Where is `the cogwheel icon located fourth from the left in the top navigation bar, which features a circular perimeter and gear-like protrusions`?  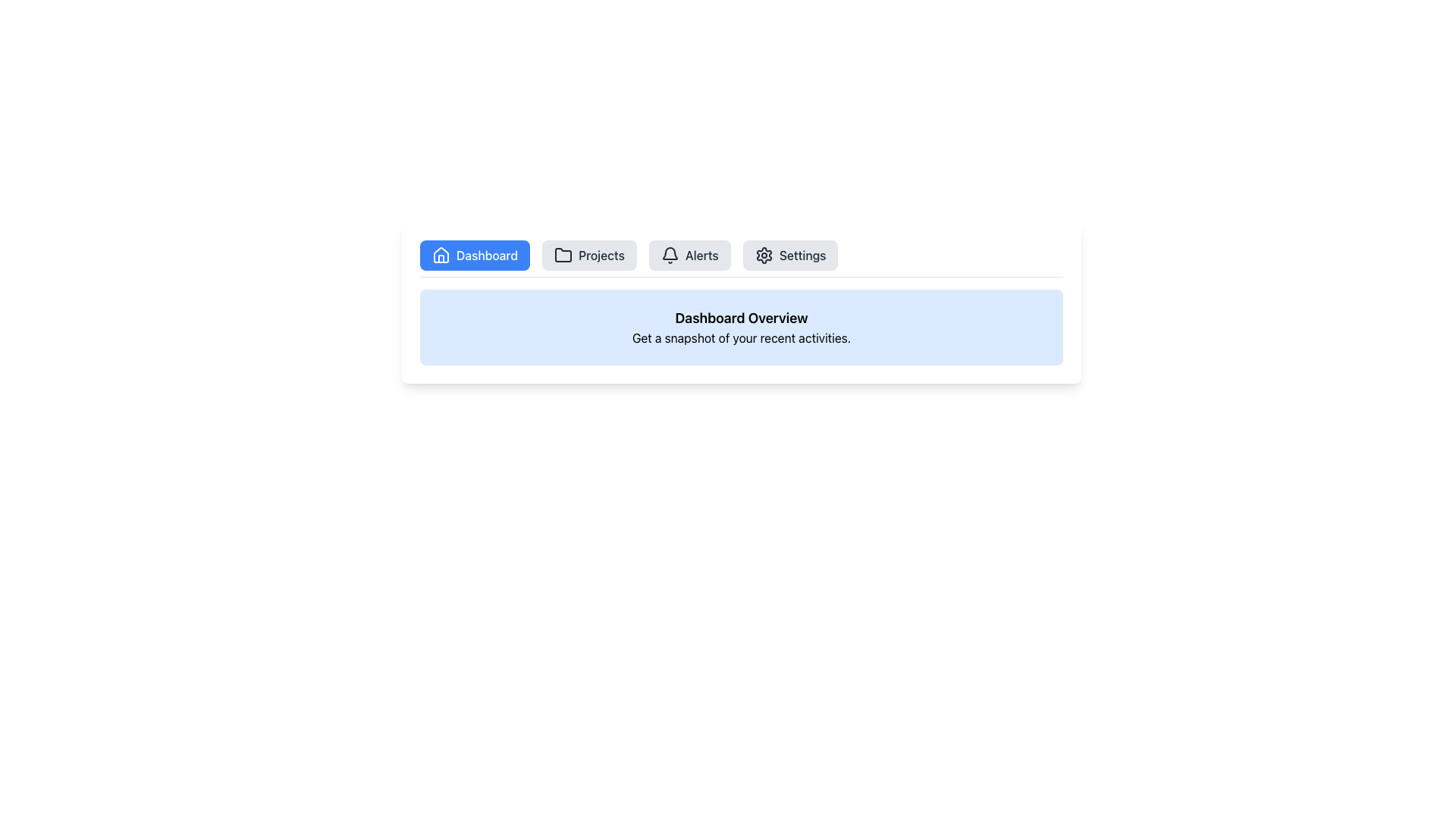 the cogwheel icon located fourth from the left in the top navigation bar, which features a circular perimeter and gear-like protrusions is located at coordinates (764, 254).